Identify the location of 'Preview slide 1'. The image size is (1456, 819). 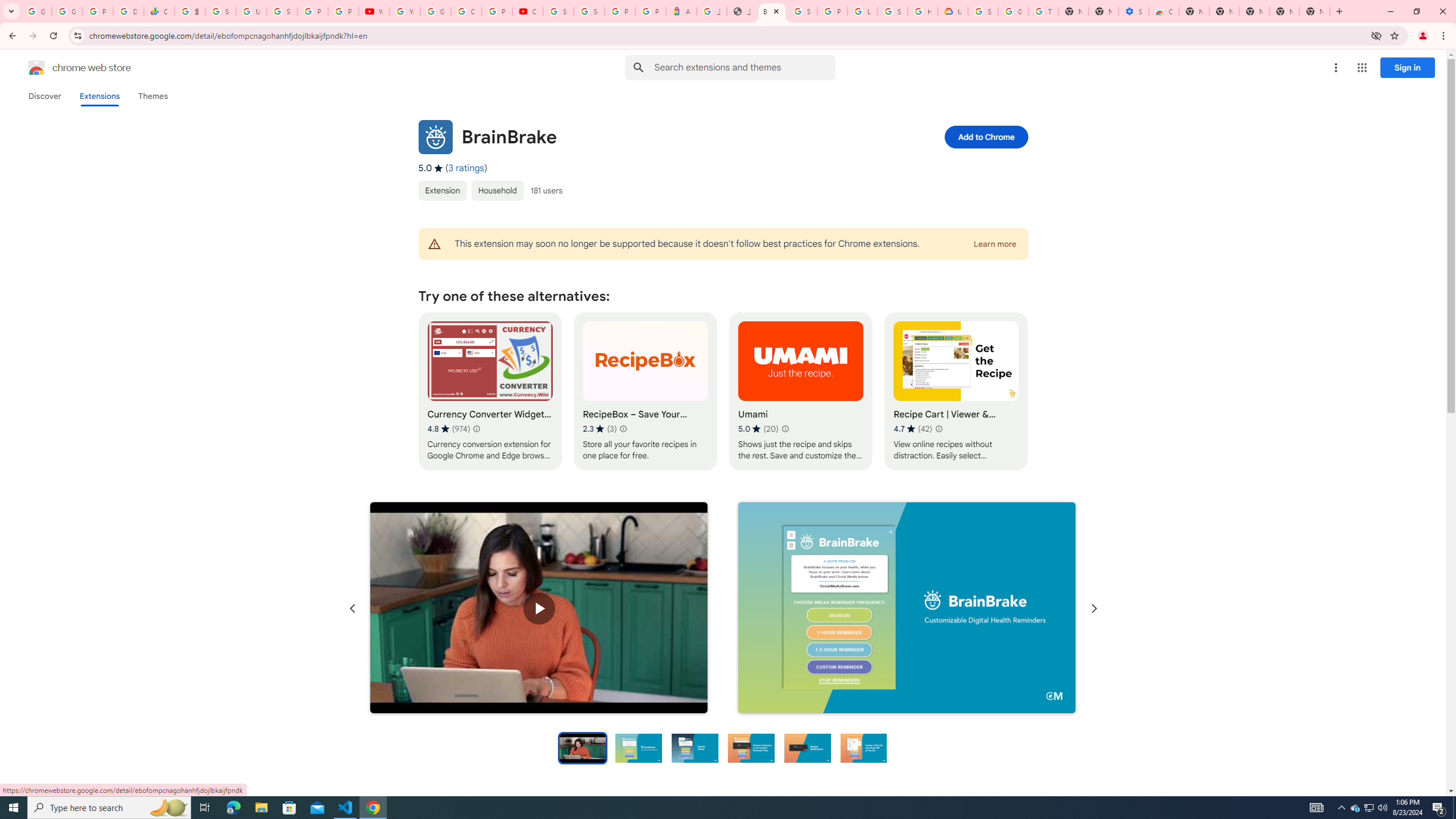
(582, 747).